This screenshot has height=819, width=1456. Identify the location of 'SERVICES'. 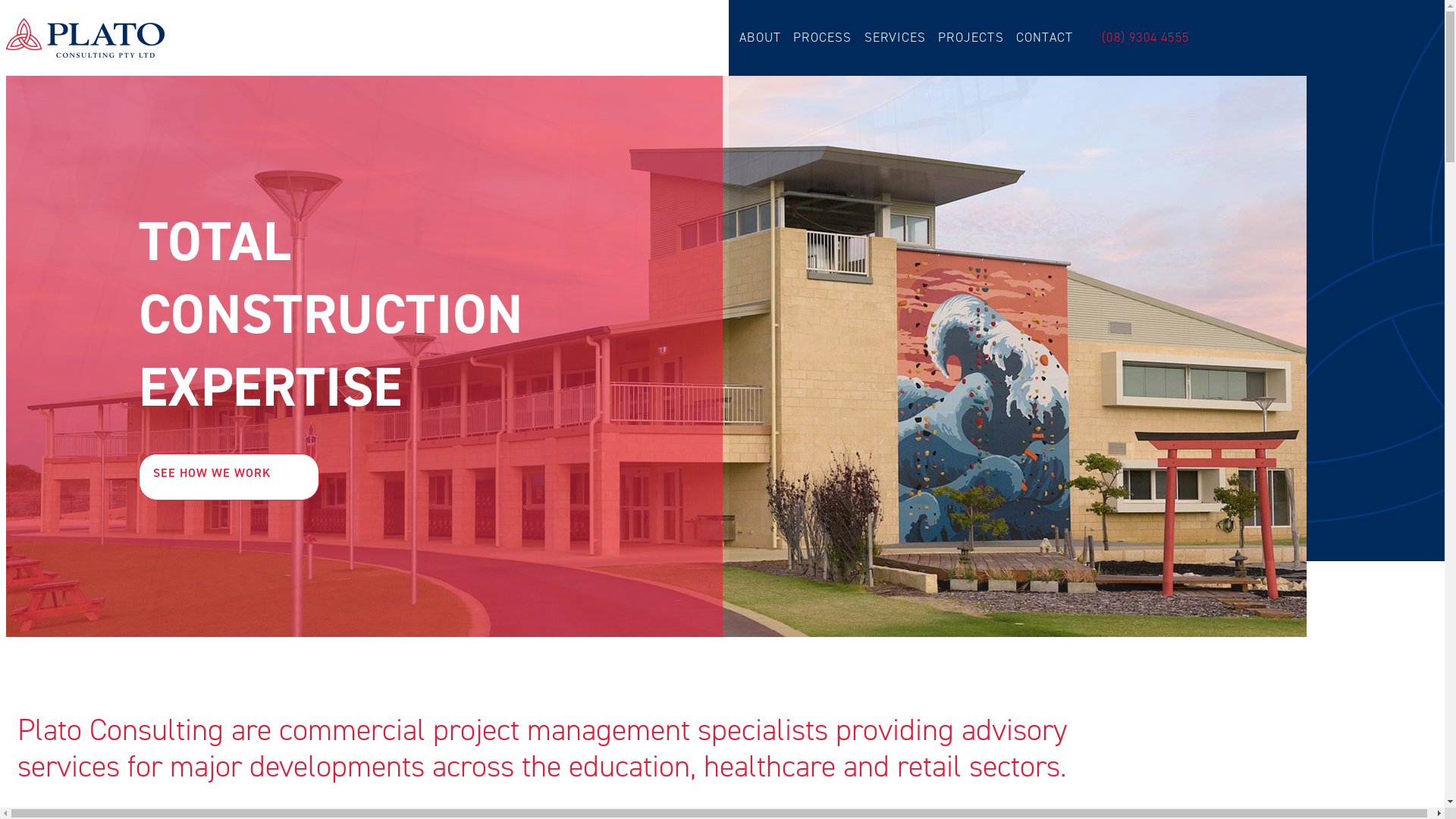
(895, 36).